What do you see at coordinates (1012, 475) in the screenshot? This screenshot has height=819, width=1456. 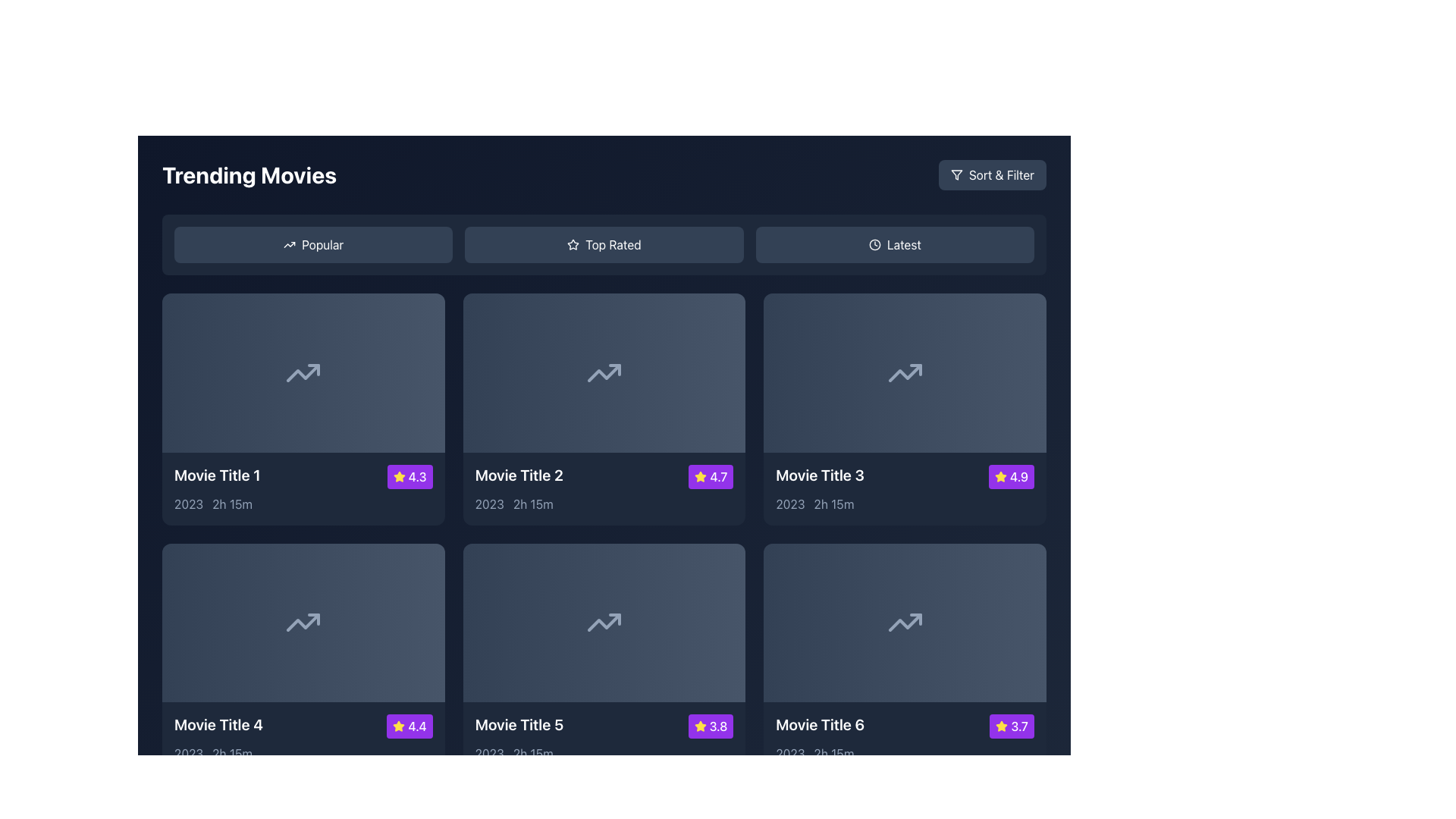 I see `the rating value displayed in the purple Rating Badge featuring a yellow star and the text '4.9' in white, located at the top-right corner of the card for 'Movie Title 3'` at bounding box center [1012, 475].